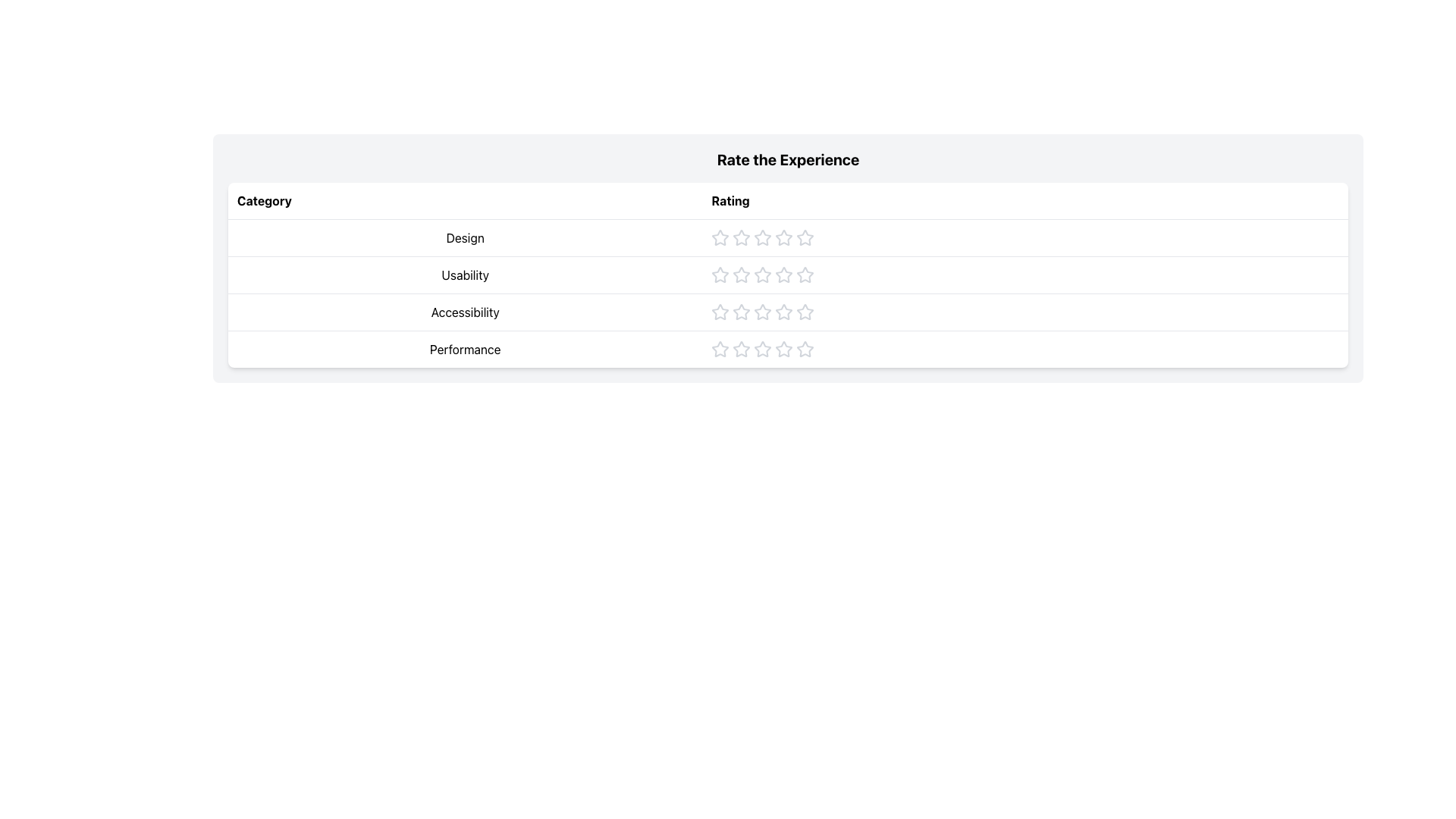 This screenshot has height=819, width=1456. Describe the element at coordinates (1025, 237) in the screenshot. I see `the Rating Widget located in the 'Rate the Experience' table, specifically in the second cell of the row labeled 'Design' under the column 'Rating'` at that location.